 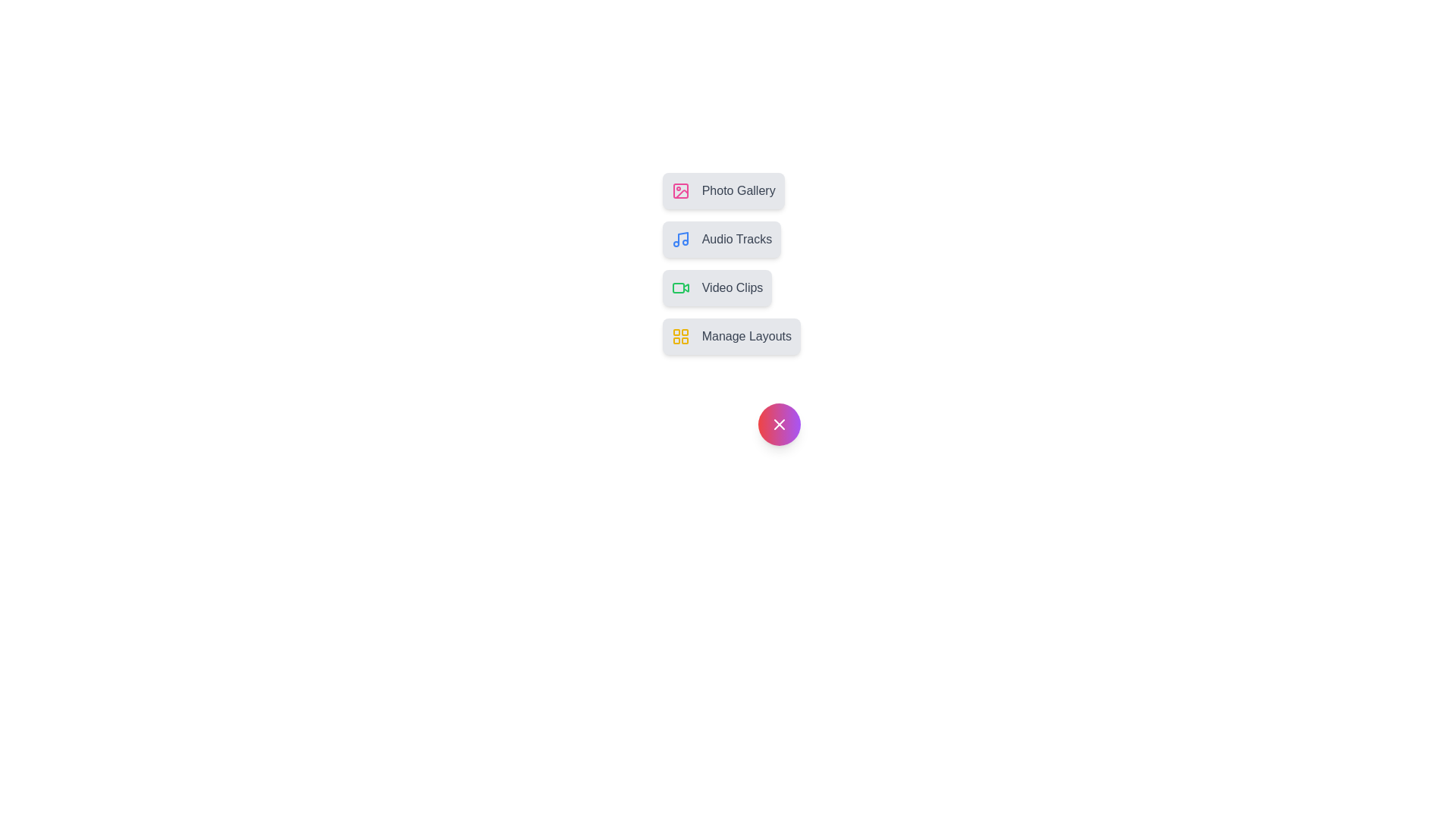 What do you see at coordinates (732, 288) in the screenshot?
I see `label that indicates the title of the associated functionality, located within a button-like structure in a vertical list, specifically between 'Audio Tracks' and 'Manage Layouts'` at bounding box center [732, 288].